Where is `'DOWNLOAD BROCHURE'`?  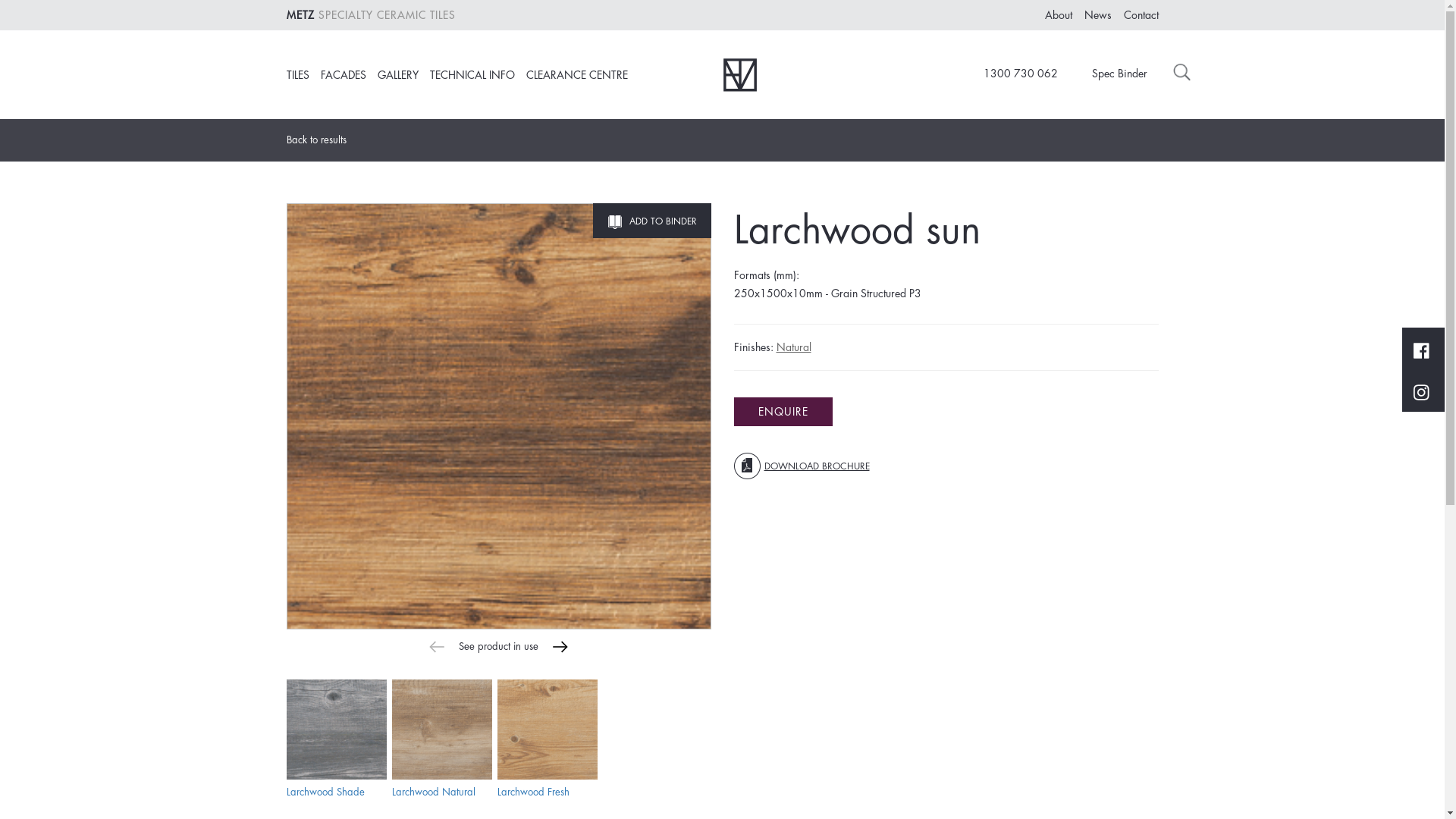 'DOWNLOAD BROCHURE' is located at coordinates (801, 465).